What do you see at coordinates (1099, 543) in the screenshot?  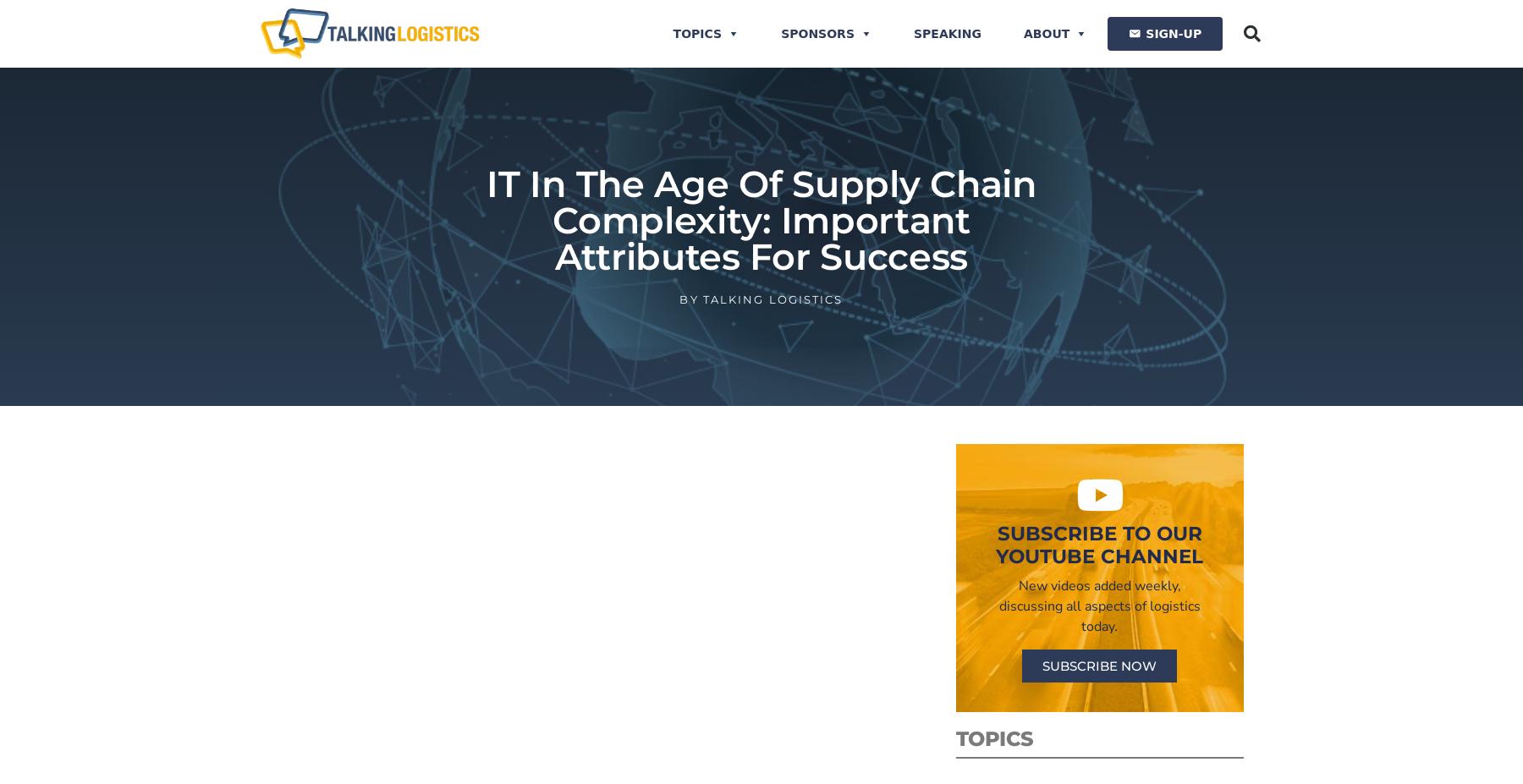 I see `'Subscribe to Our YouTube Channel'` at bounding box center [1099, 543].